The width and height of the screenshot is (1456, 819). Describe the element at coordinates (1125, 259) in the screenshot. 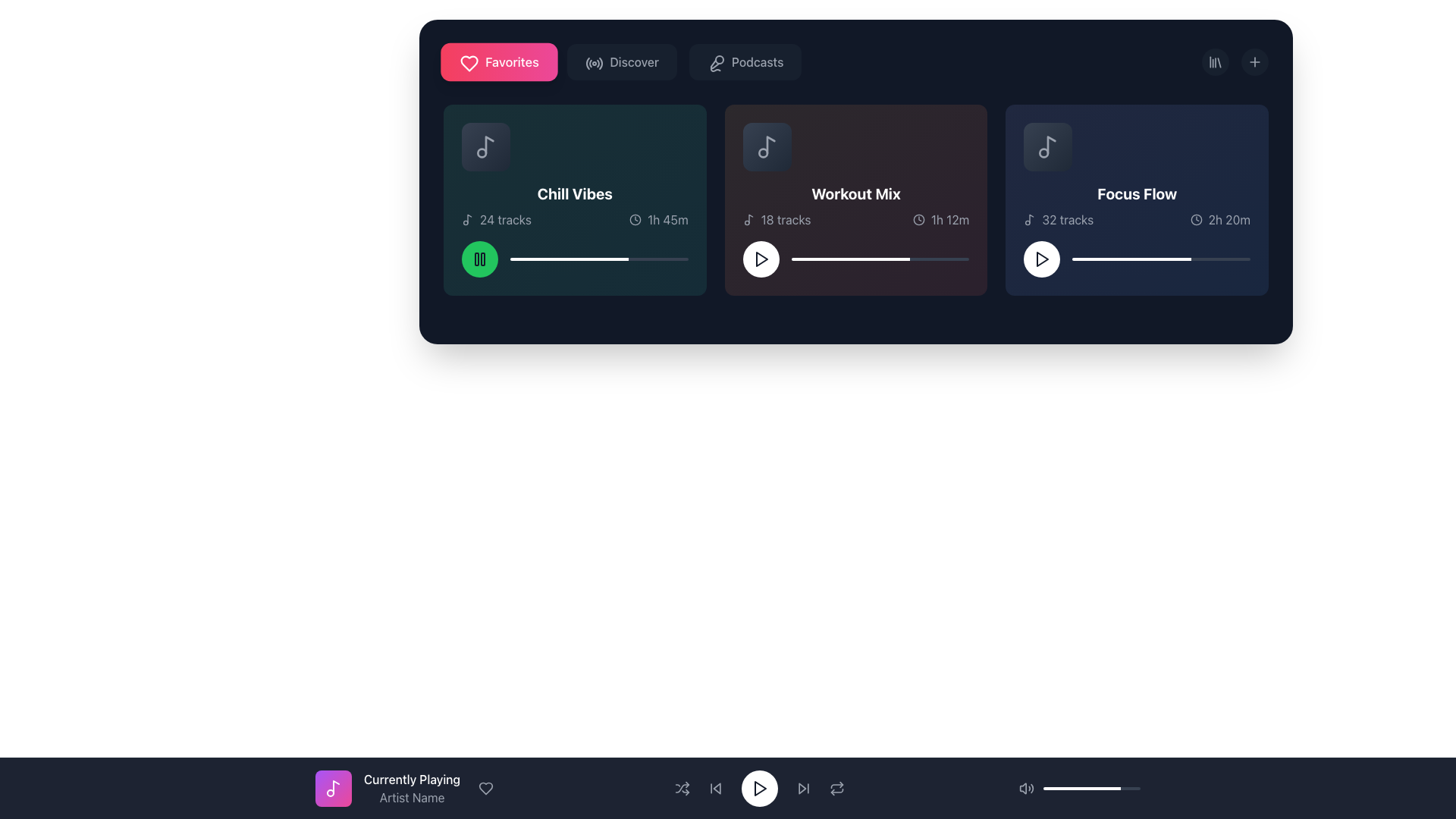

I see `the slider position` at that location.